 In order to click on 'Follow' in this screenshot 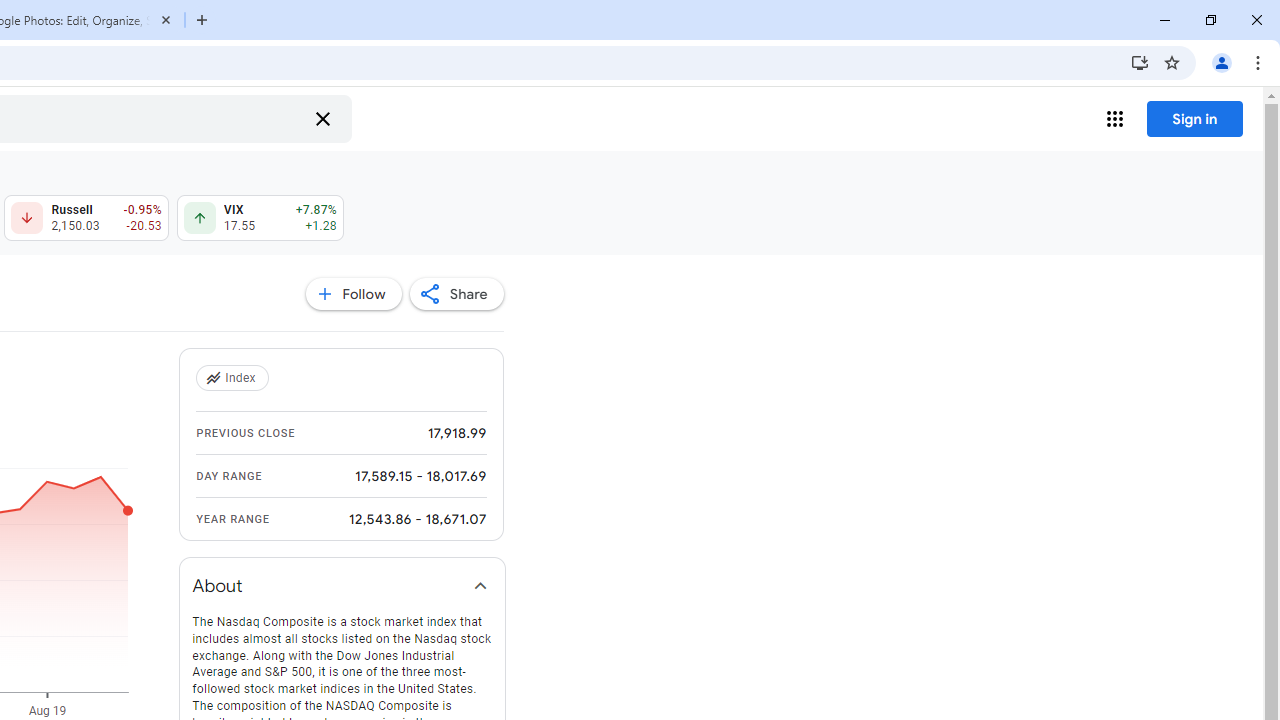, I will do `click(353, 294)`.